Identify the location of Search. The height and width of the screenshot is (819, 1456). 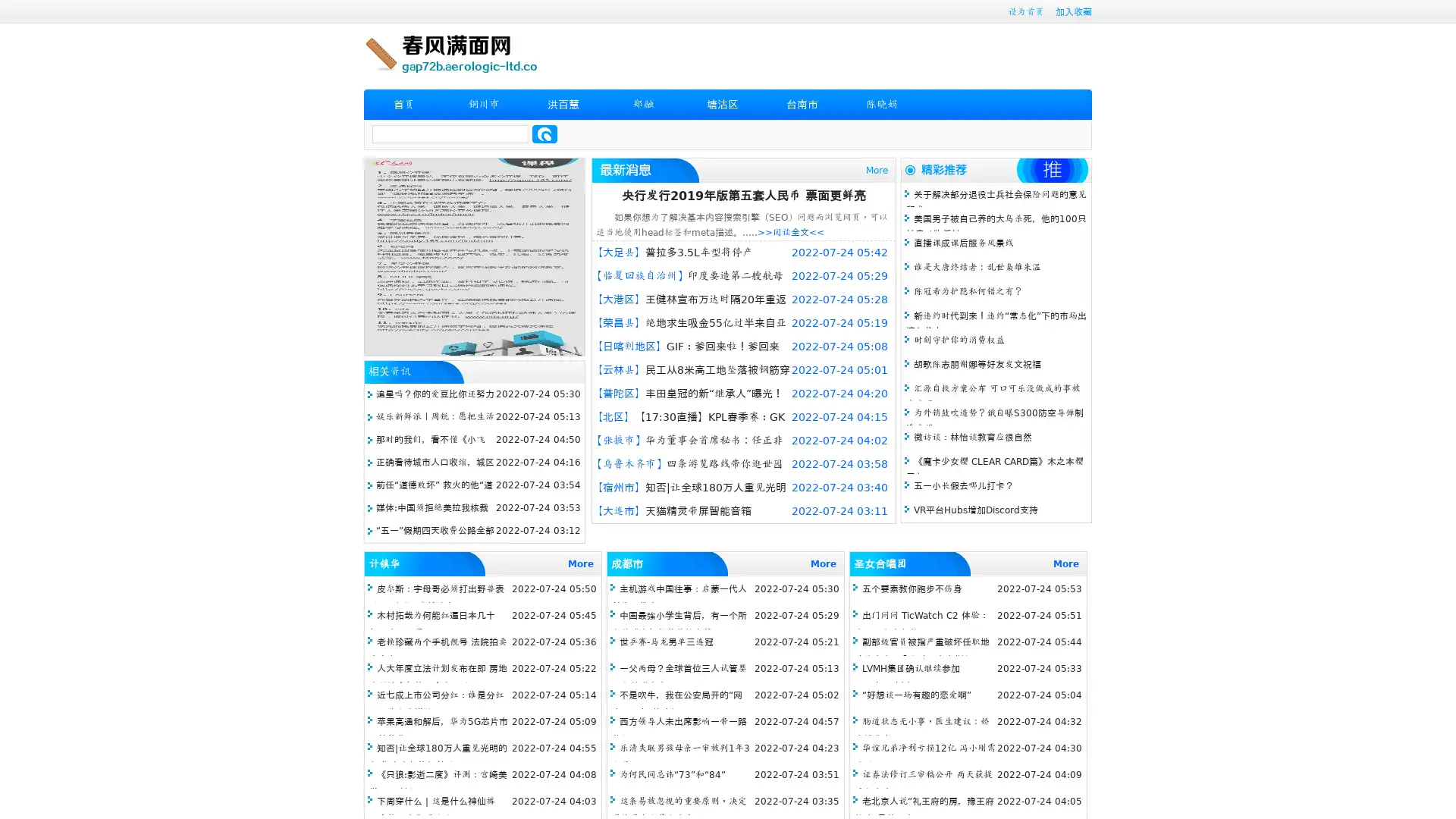
(544, 133).